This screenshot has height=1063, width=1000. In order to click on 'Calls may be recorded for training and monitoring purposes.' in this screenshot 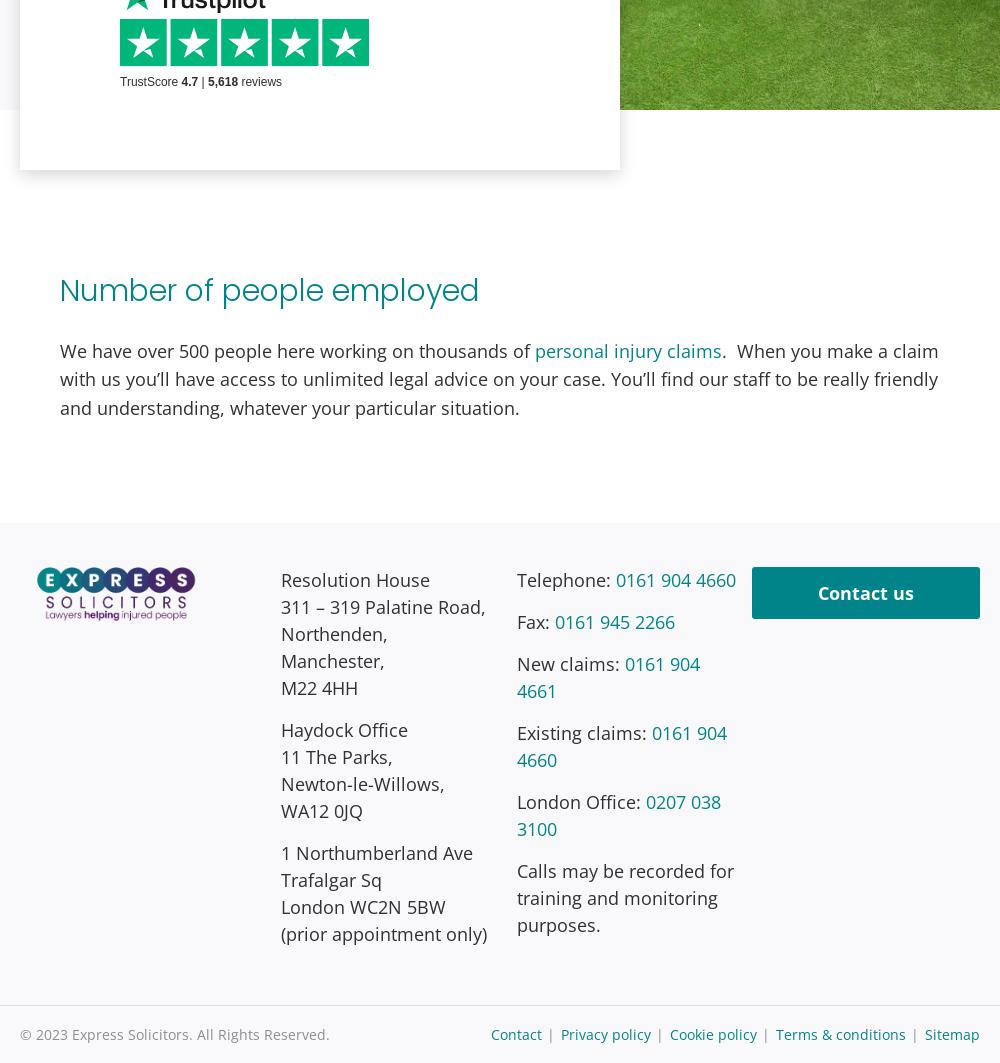, I will do `click(623, 895)`.